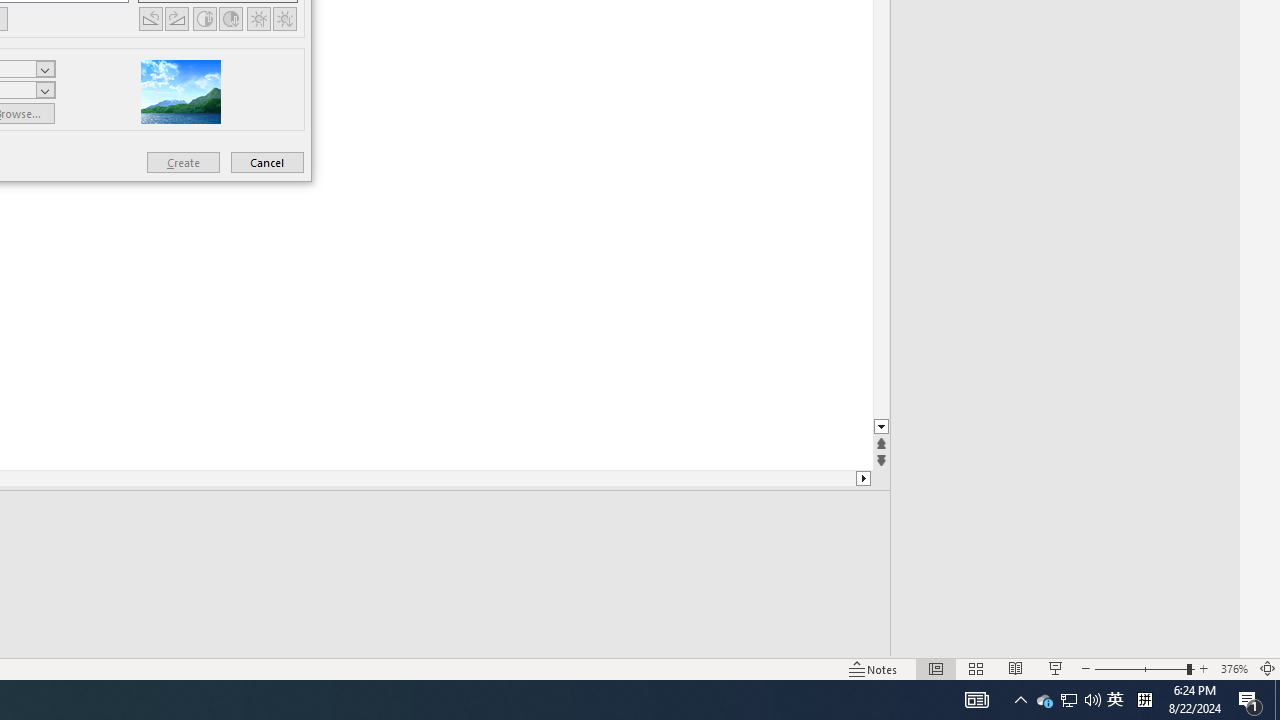  I want to click on 'More Brightness', so click(257, 18).